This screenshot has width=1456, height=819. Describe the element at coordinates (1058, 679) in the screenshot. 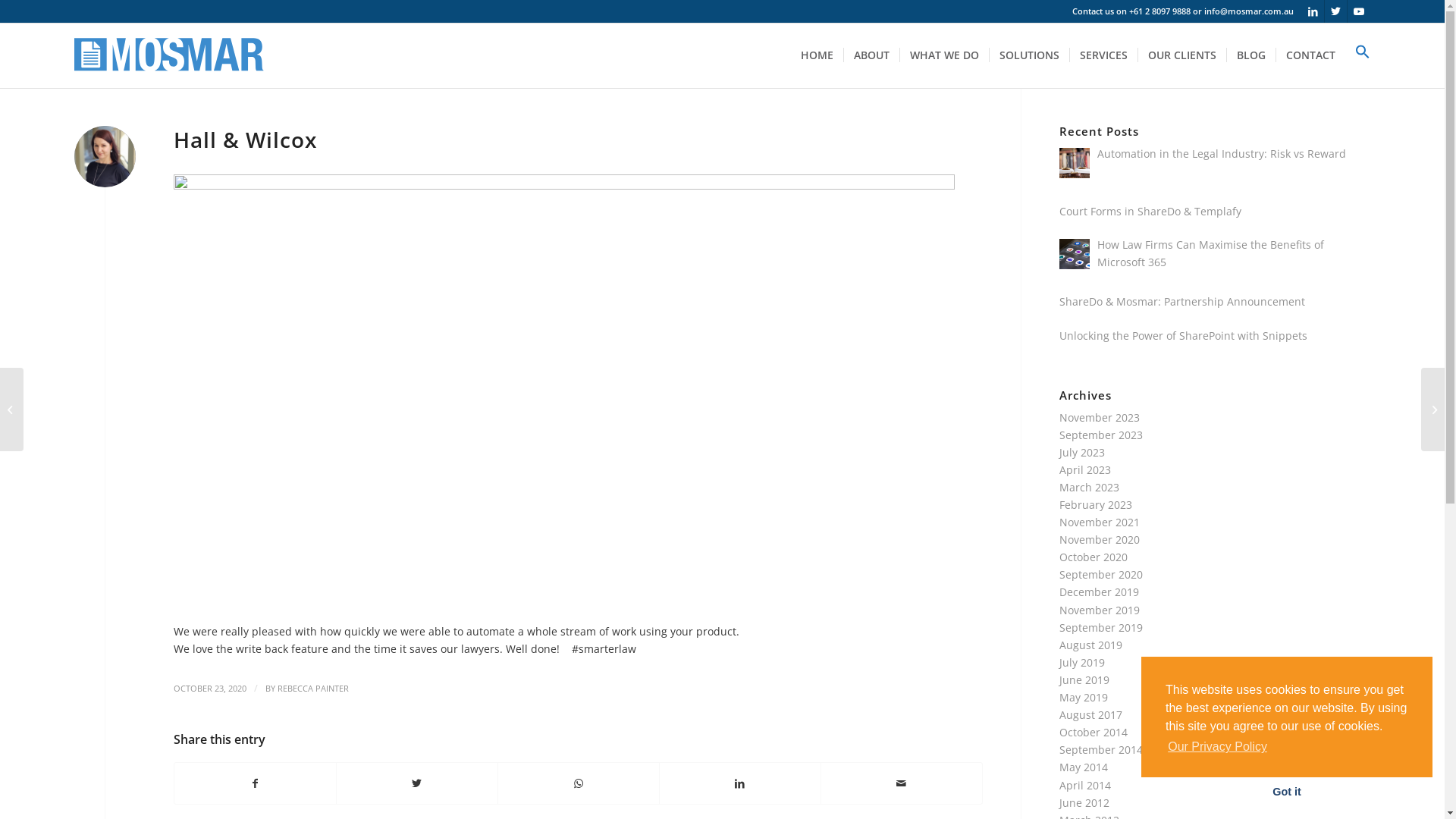

I see `'June 2019'` at that location.